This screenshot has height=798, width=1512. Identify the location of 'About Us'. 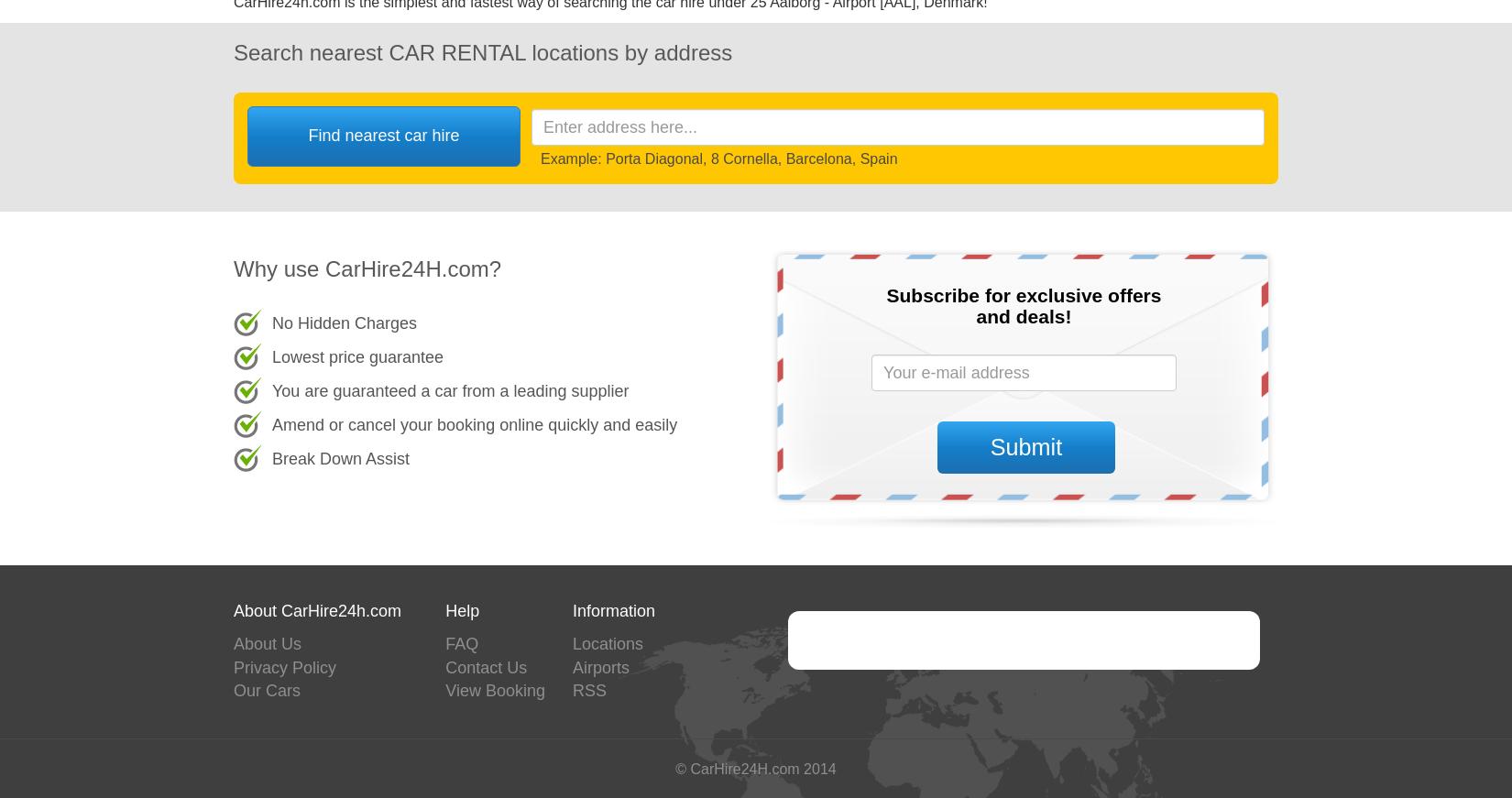
(268, 642).